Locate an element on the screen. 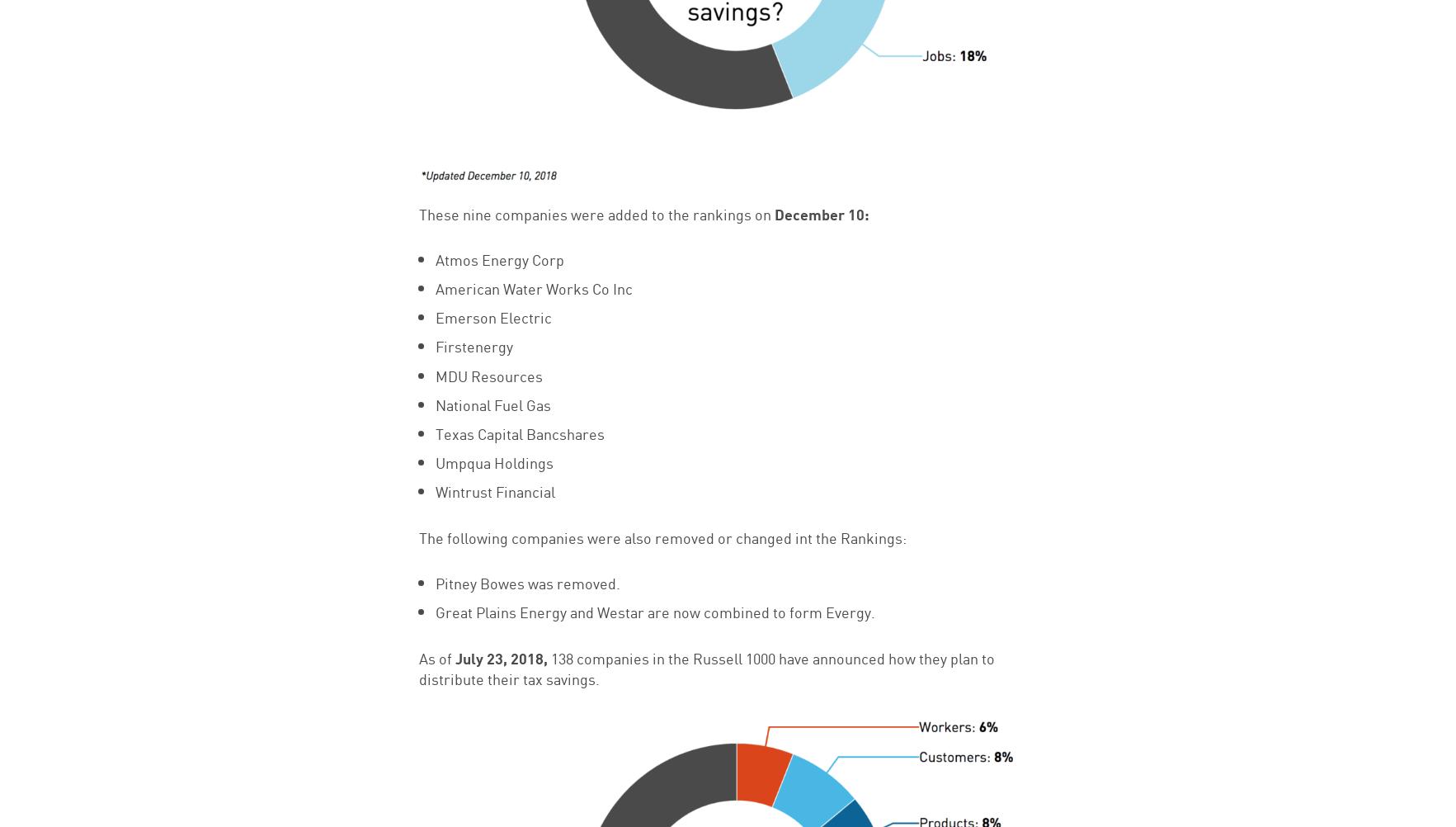 The height and width of the screenshot is (827, 1456). 'National Fuel Gas' is located at coordinates (491, 402).